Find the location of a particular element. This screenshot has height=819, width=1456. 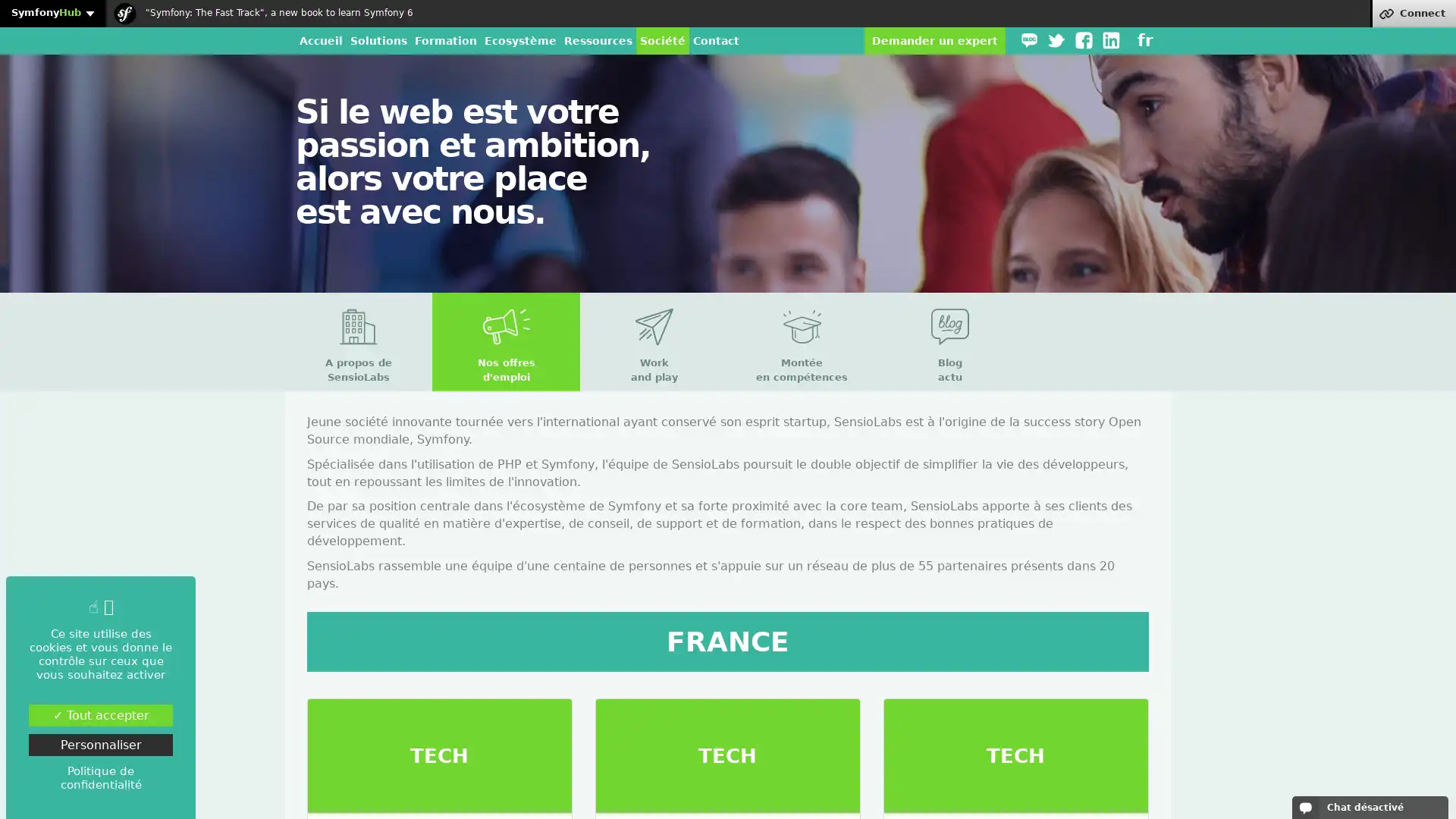

Personnaliser is located at coordinates (100, 744).